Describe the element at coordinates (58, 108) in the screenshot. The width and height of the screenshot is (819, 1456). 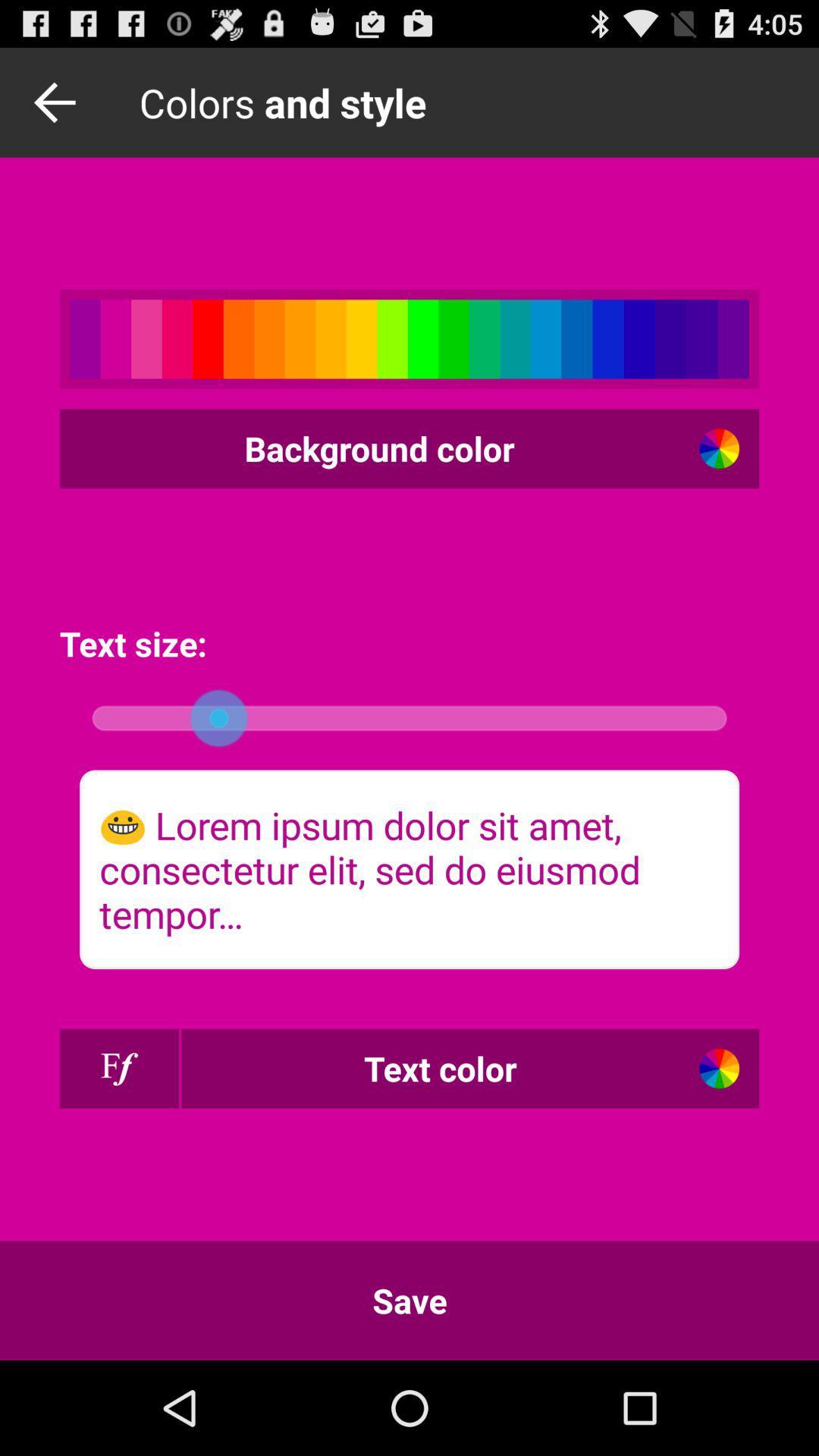
I see `the arrow_backward icon` at that location.